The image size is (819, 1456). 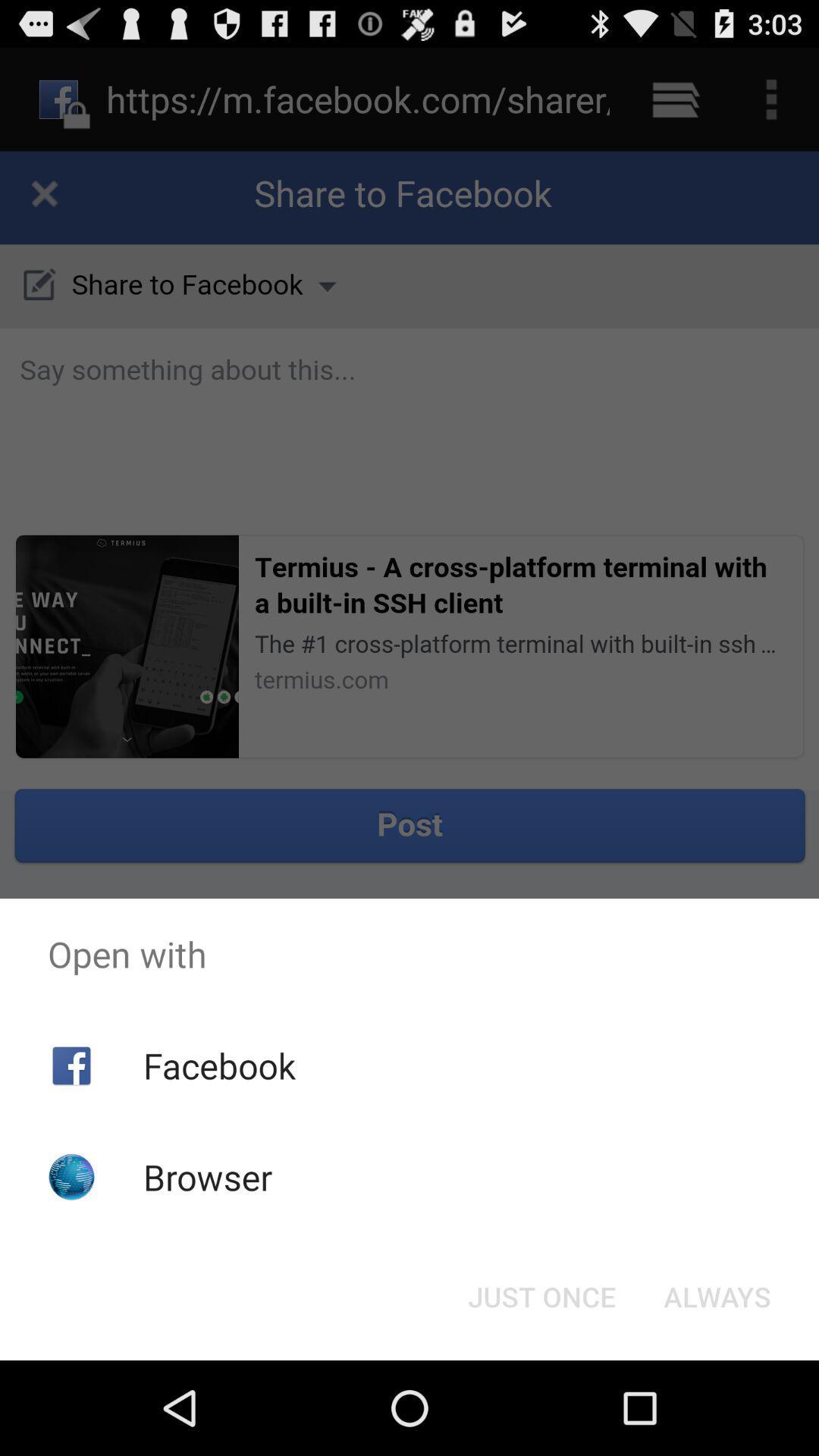 I want to click on the button next to just once button, so click(x=717, y=1295).